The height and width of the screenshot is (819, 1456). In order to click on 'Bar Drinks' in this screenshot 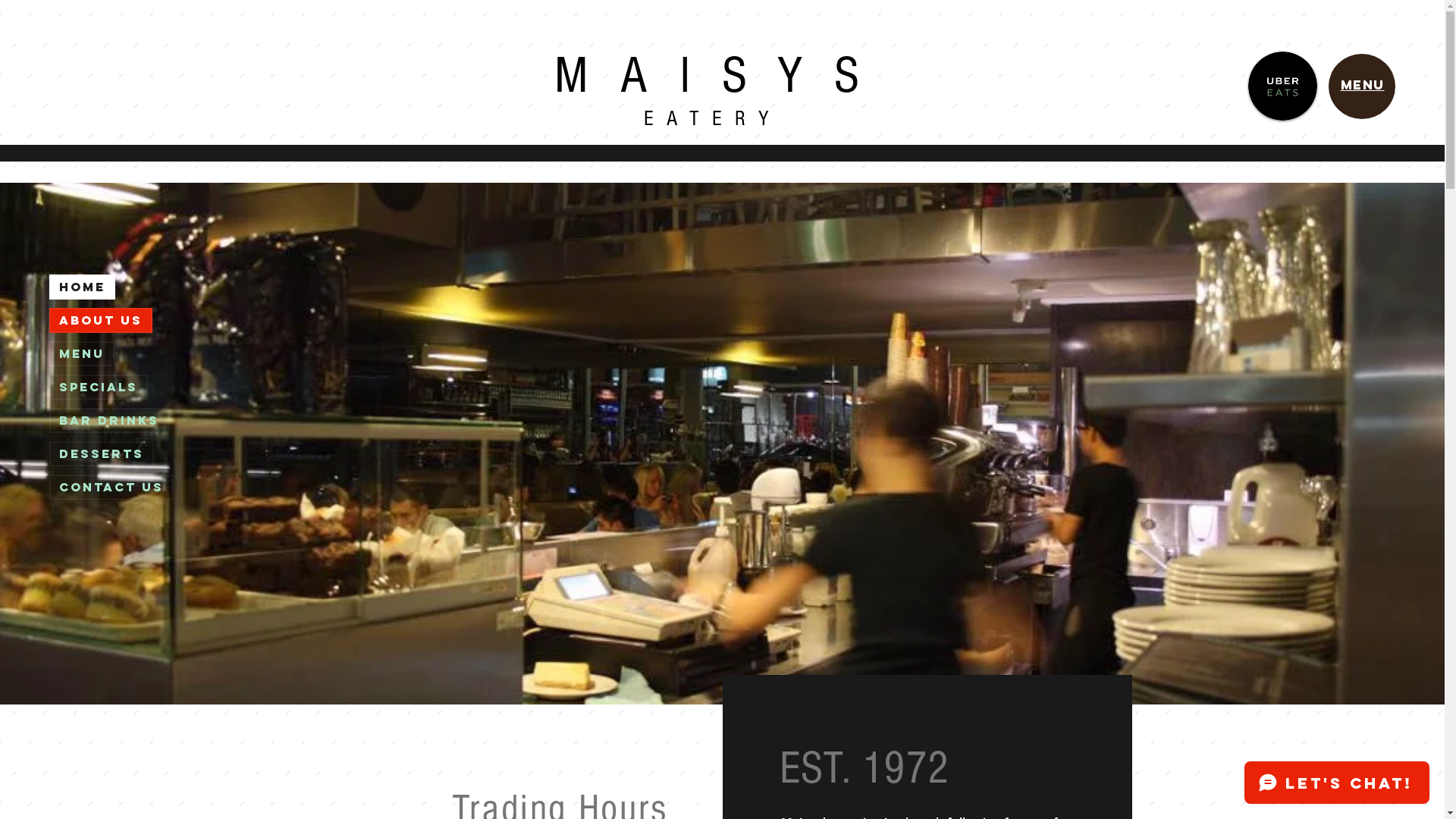, I will do `click(51, 420)`.